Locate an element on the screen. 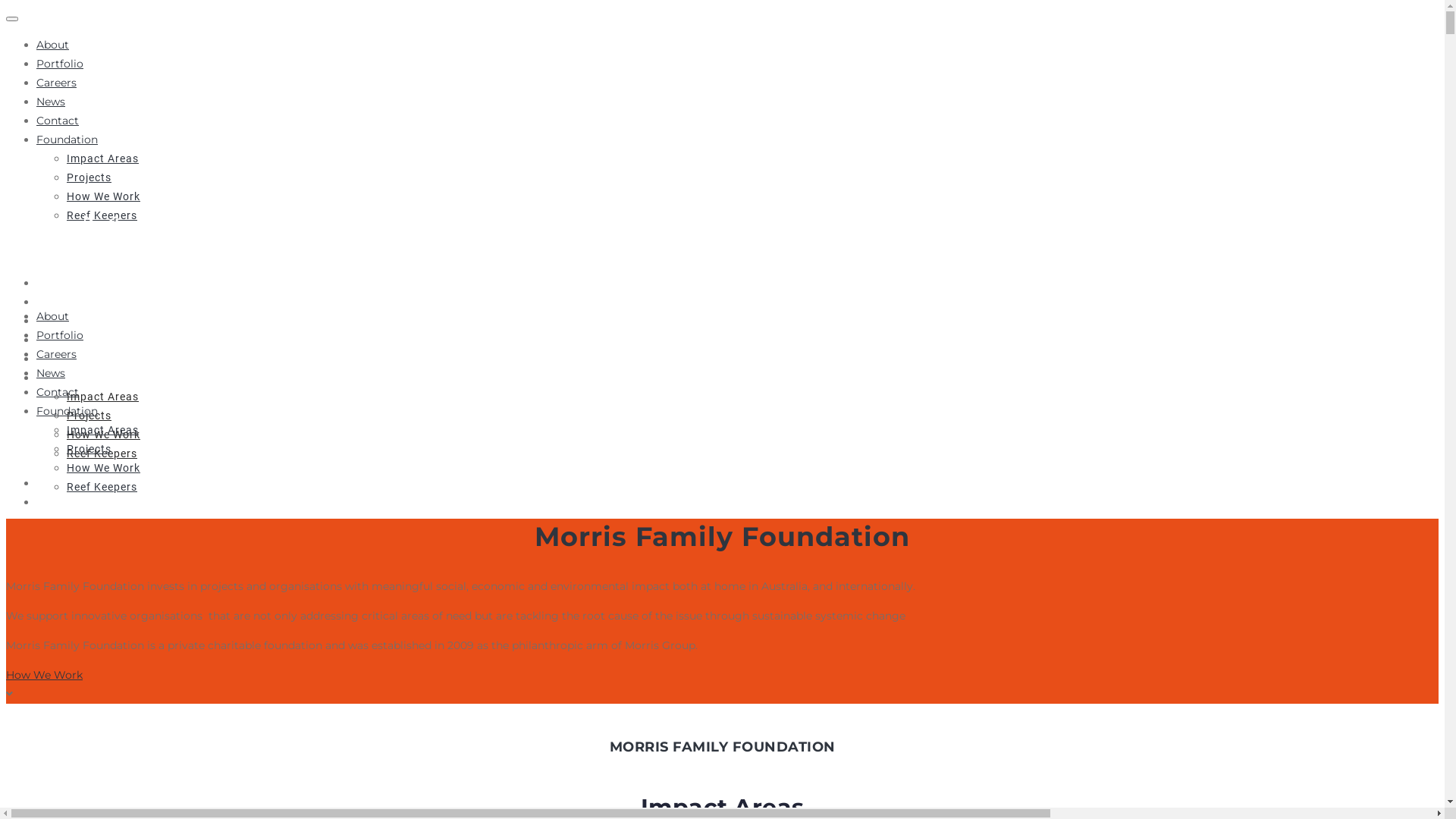 This screenshot has height=819, width=1456. 'Contact' is located at coordinates (58, 391).